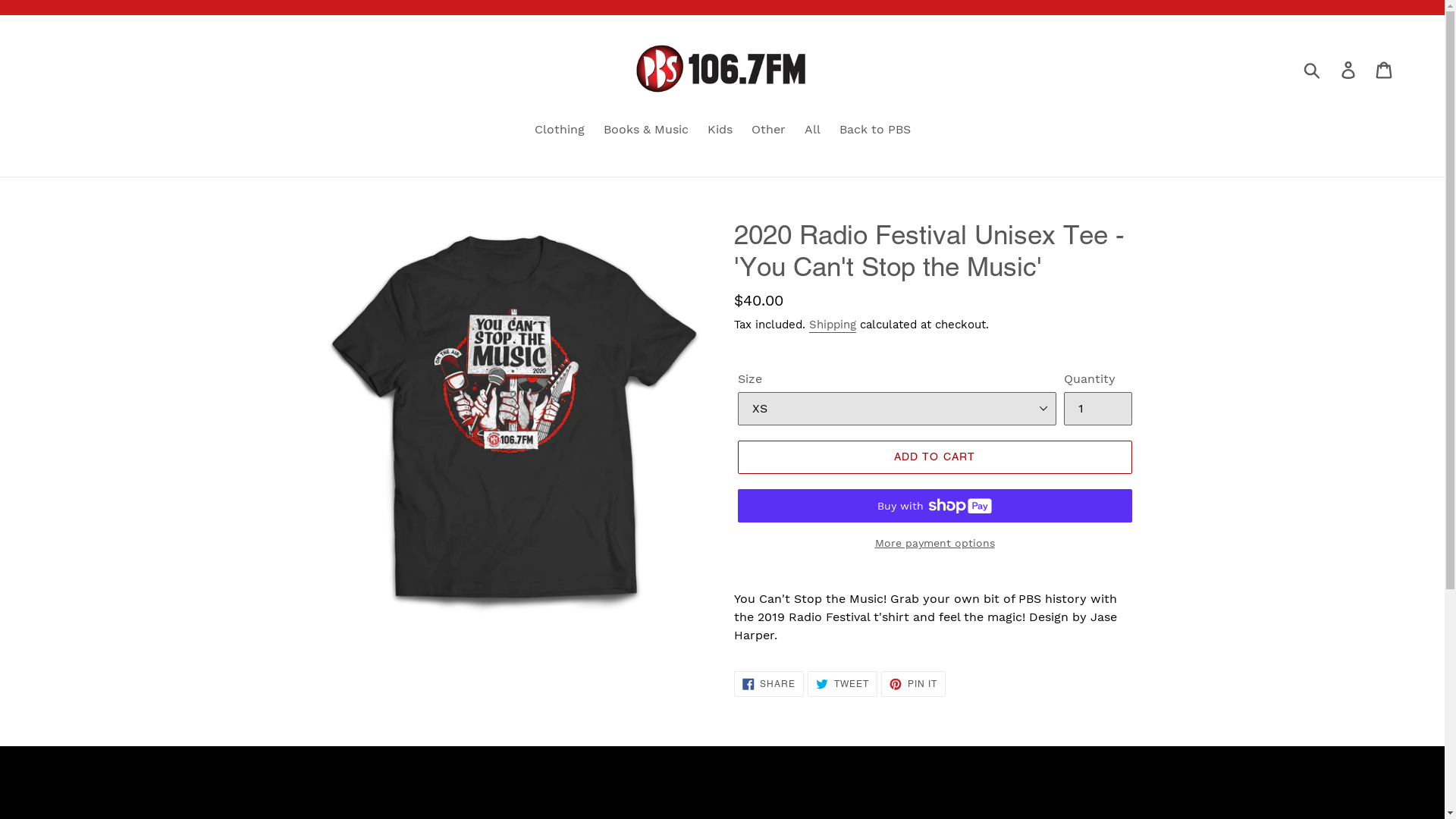  Describe the element at coordinates (1312, 70) in the screenshot. I see `'Submit'` at that location.